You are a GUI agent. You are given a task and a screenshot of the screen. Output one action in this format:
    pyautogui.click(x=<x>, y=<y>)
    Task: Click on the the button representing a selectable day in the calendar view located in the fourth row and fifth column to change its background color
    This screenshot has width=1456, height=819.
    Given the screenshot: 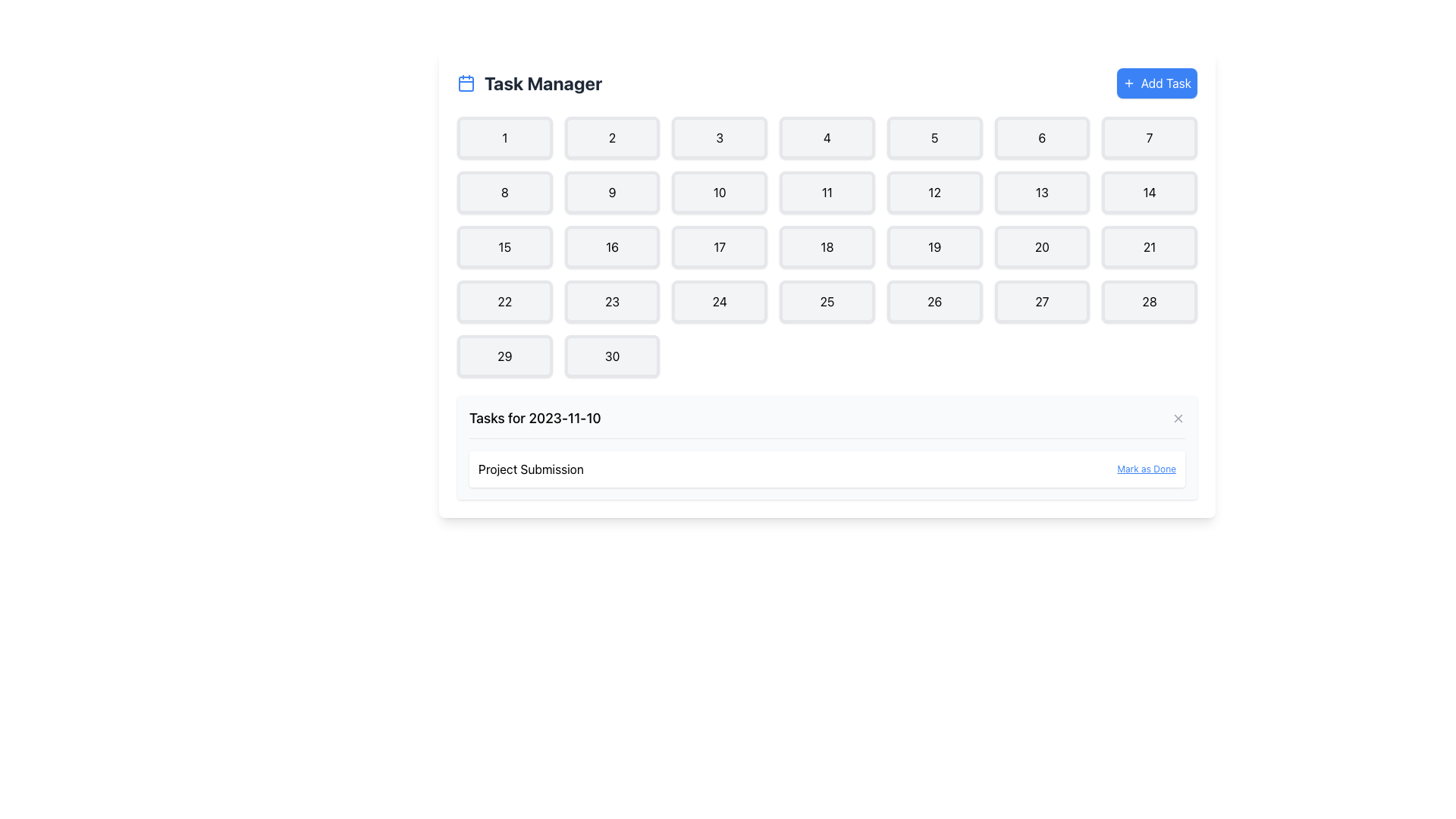 What is the action you would take?
    pyautogui.click(x=934, y=301)
    